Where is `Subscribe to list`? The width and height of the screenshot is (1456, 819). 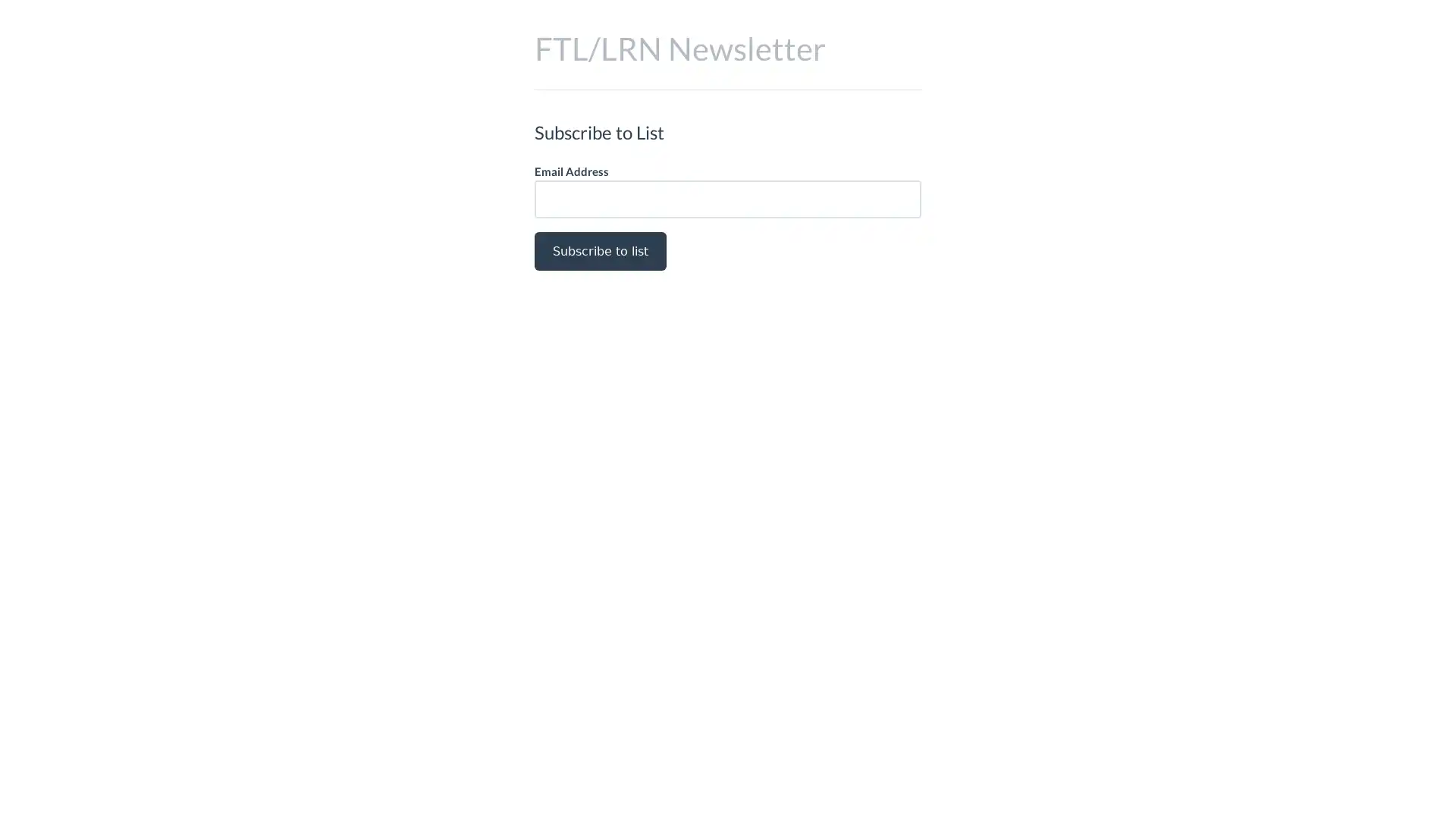
Subscribe to list is located at coordinates (600, 250).